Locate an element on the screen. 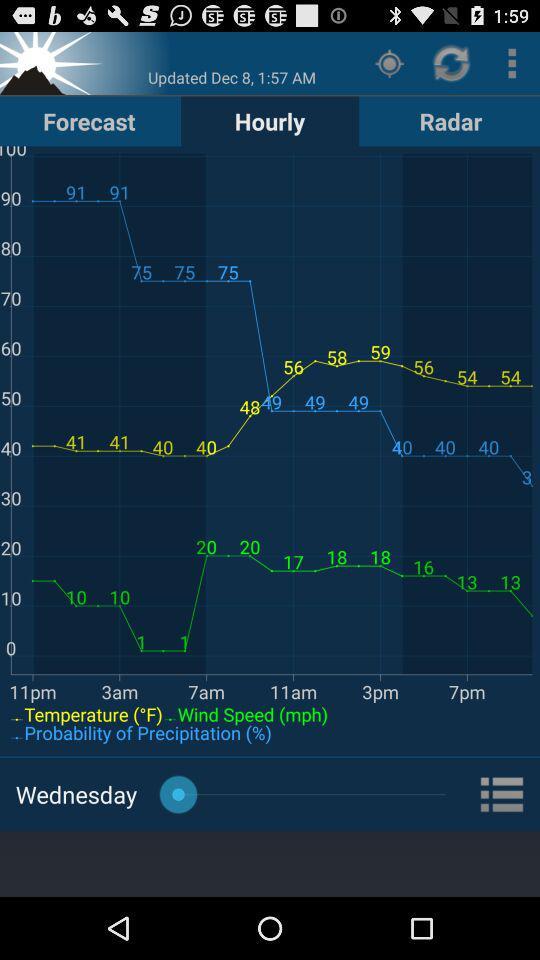  icon next to the hourly item is located at coordinates (389, 62).